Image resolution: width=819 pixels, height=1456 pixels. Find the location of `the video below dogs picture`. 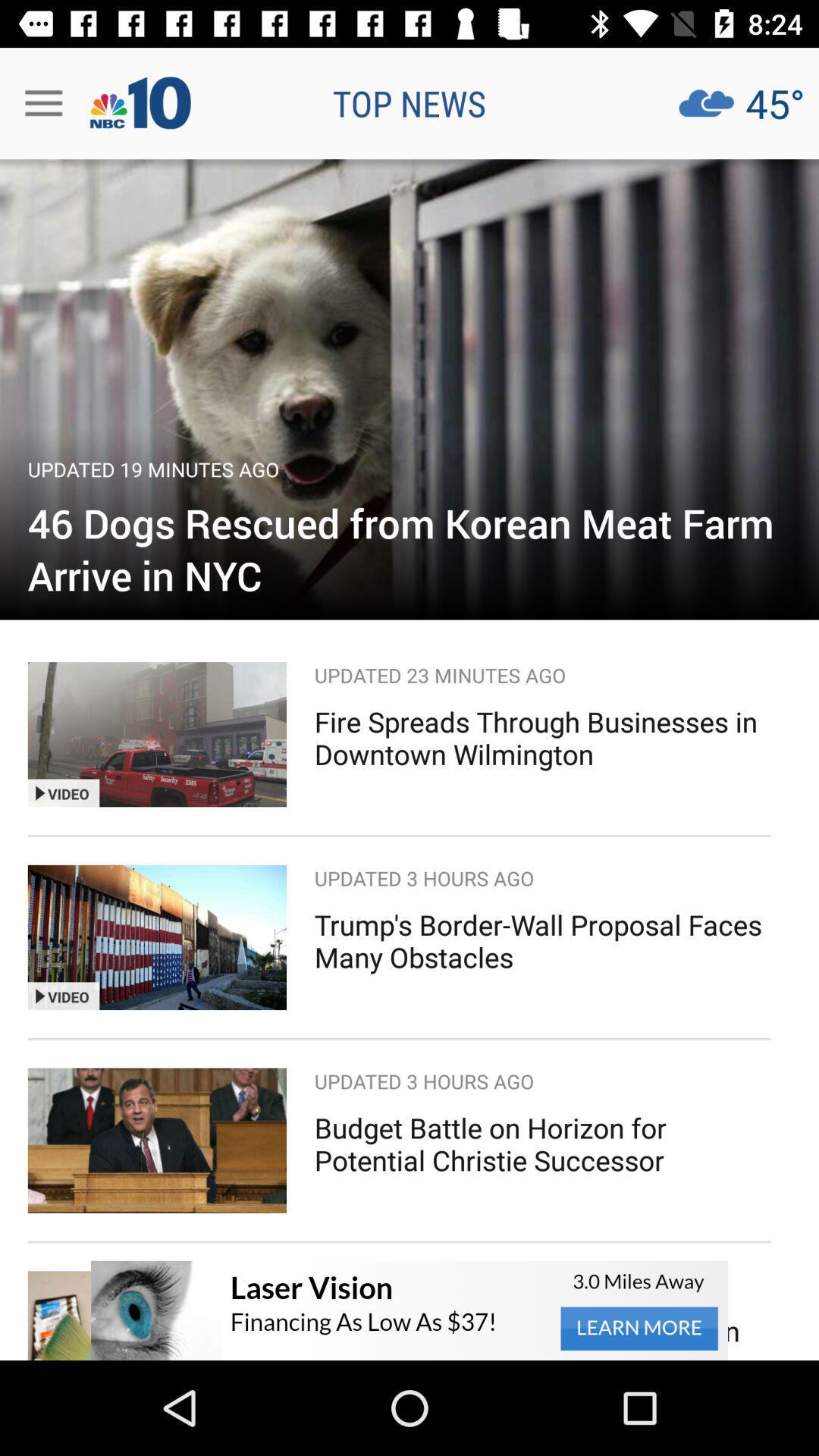

the video below dogs picture is located at coordinates (157, 734).